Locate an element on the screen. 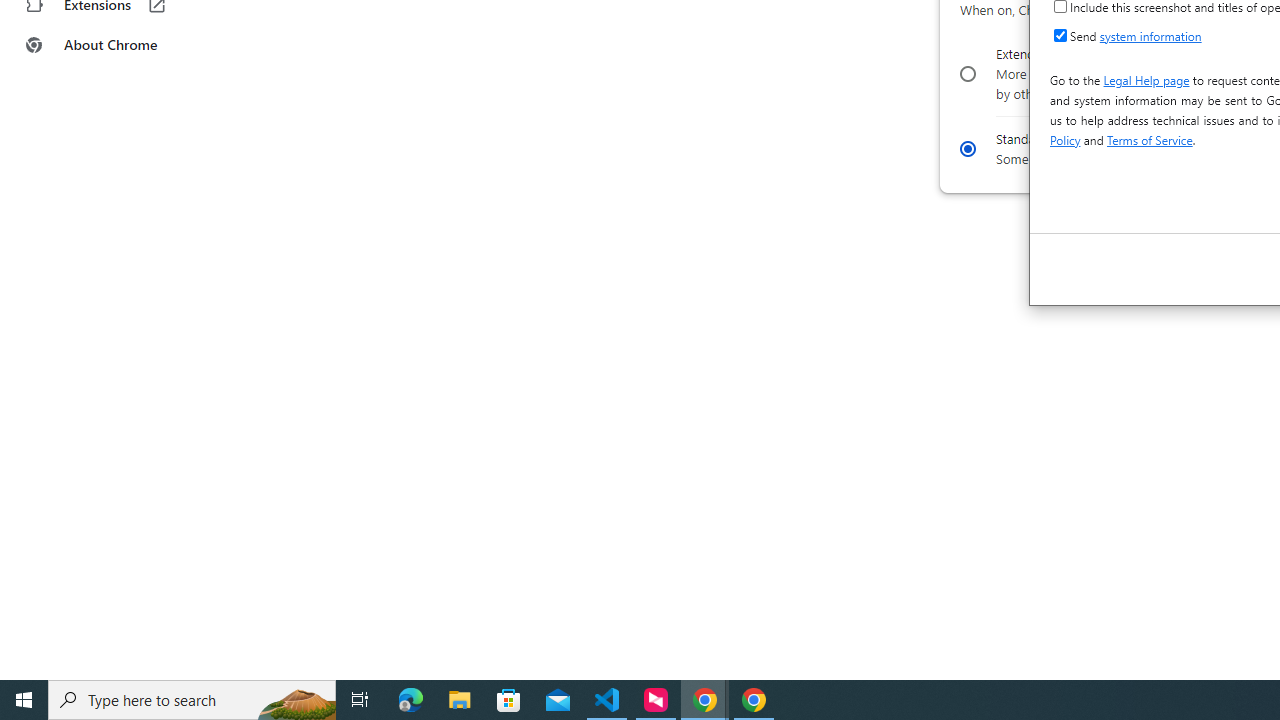 This screenshot has height=720, width=1280. 'Search highlights icon opens search home window' is located at coordinates (294, 698).